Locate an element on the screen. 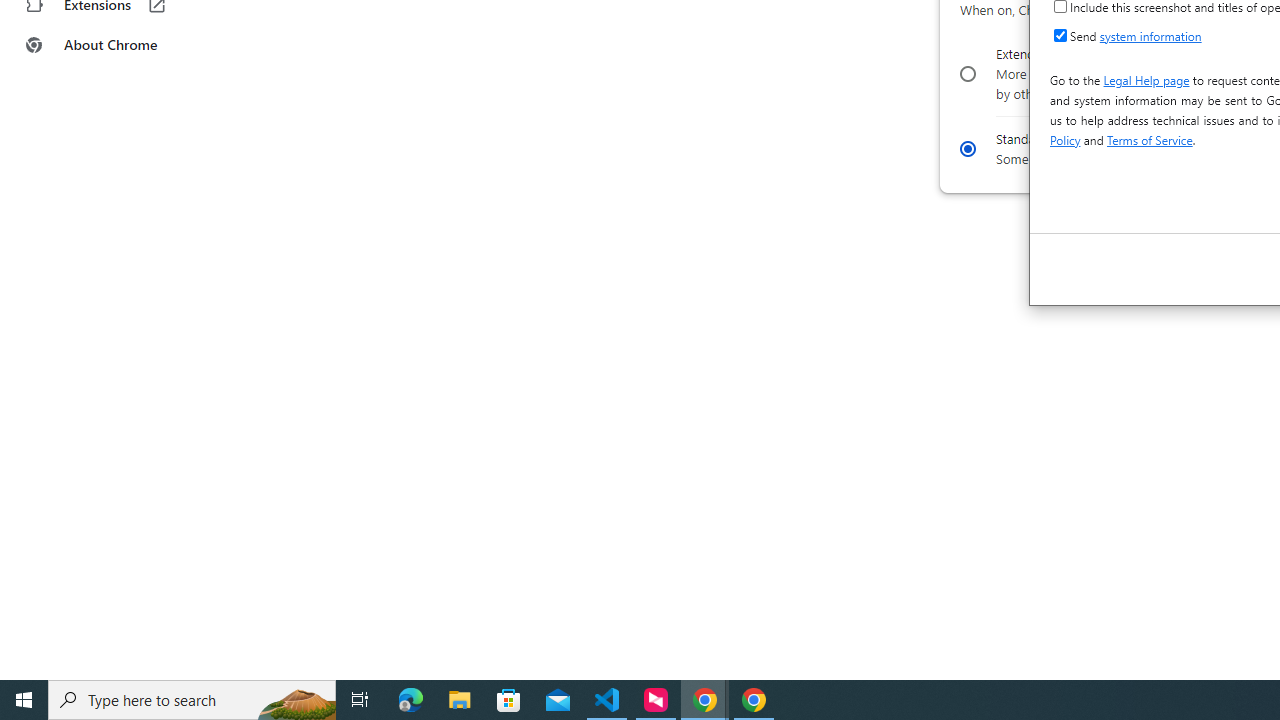 This screenshot has height=720, width=1280. 'Search highlights icon opens search home window' is located at coordinates (294, 698).